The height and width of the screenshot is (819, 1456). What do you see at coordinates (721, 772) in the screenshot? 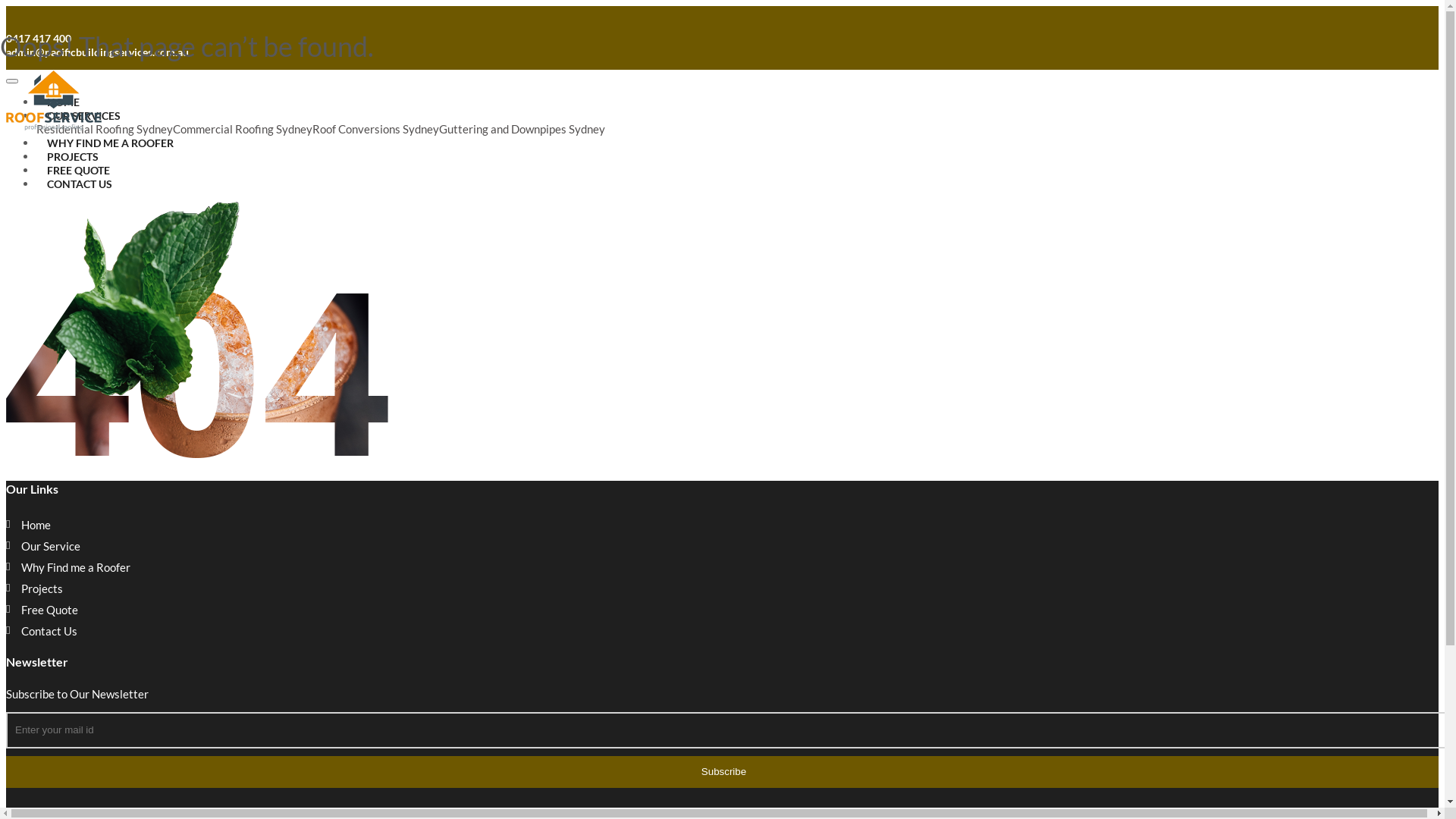
I see `'Subscribe'` at bounding box center [721, 772].